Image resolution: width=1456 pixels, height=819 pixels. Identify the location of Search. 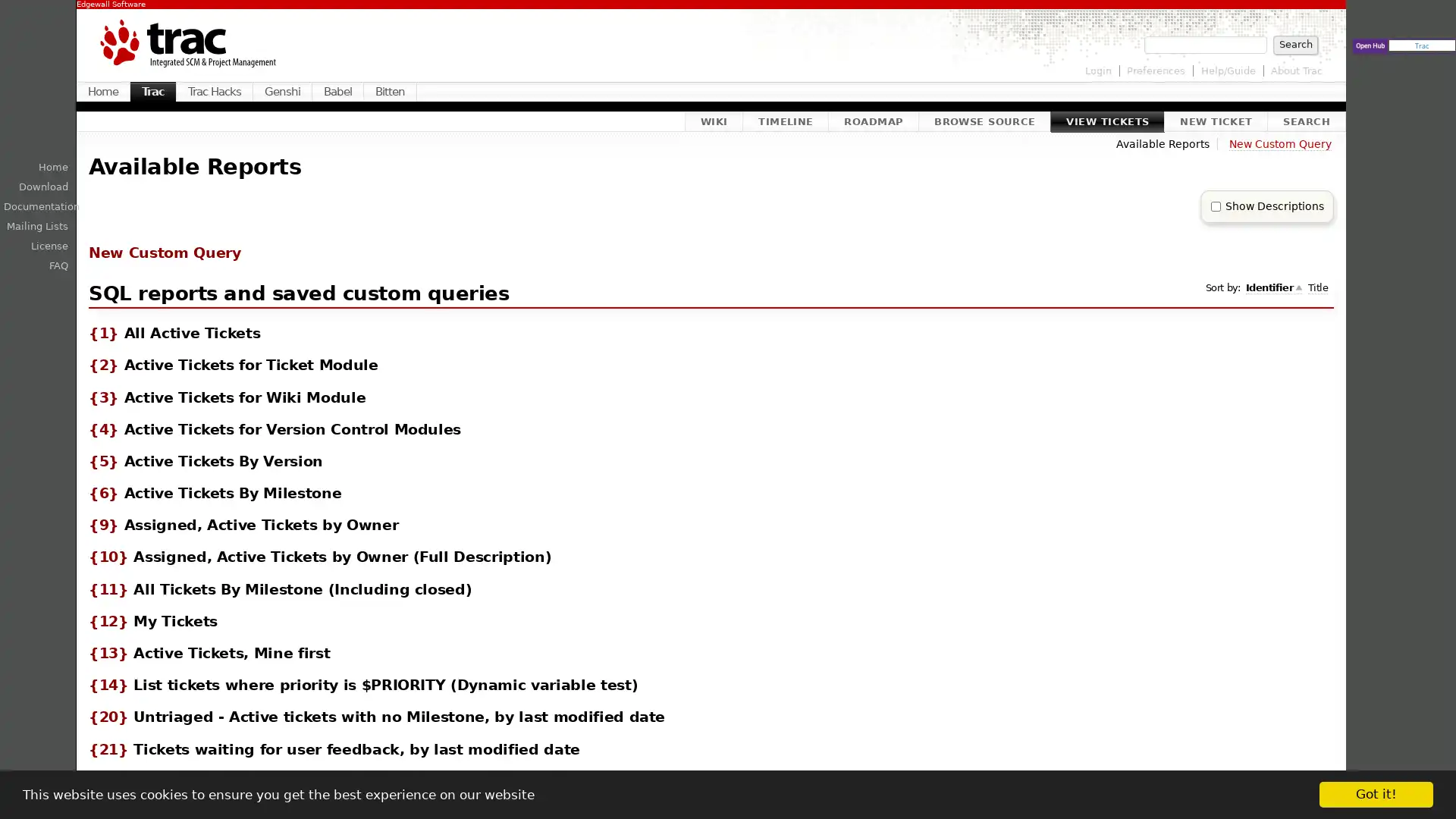
(1294, 43).